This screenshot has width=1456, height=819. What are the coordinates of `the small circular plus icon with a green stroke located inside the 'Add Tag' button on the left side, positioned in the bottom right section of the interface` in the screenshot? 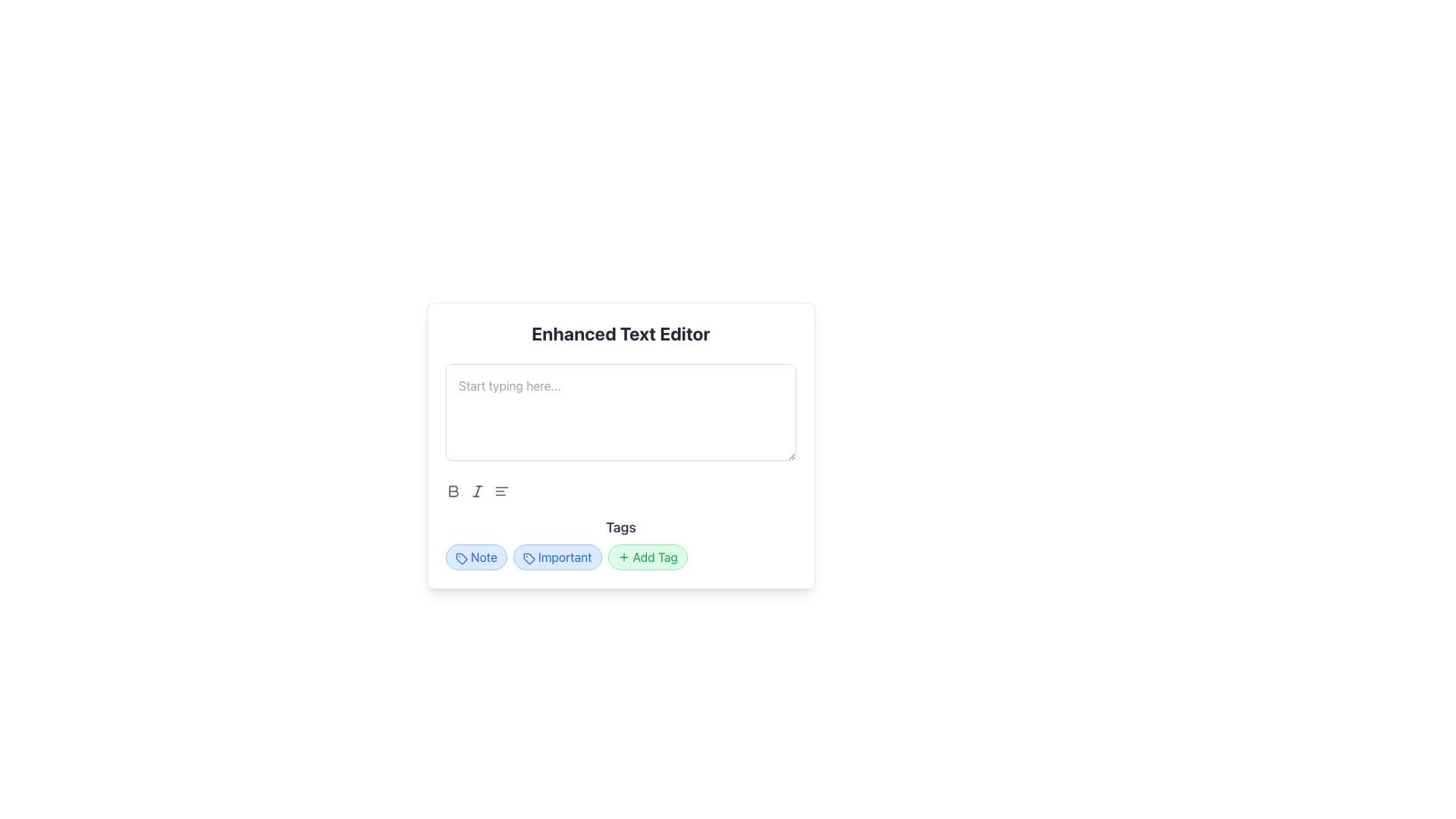 It's located at (623, 557).